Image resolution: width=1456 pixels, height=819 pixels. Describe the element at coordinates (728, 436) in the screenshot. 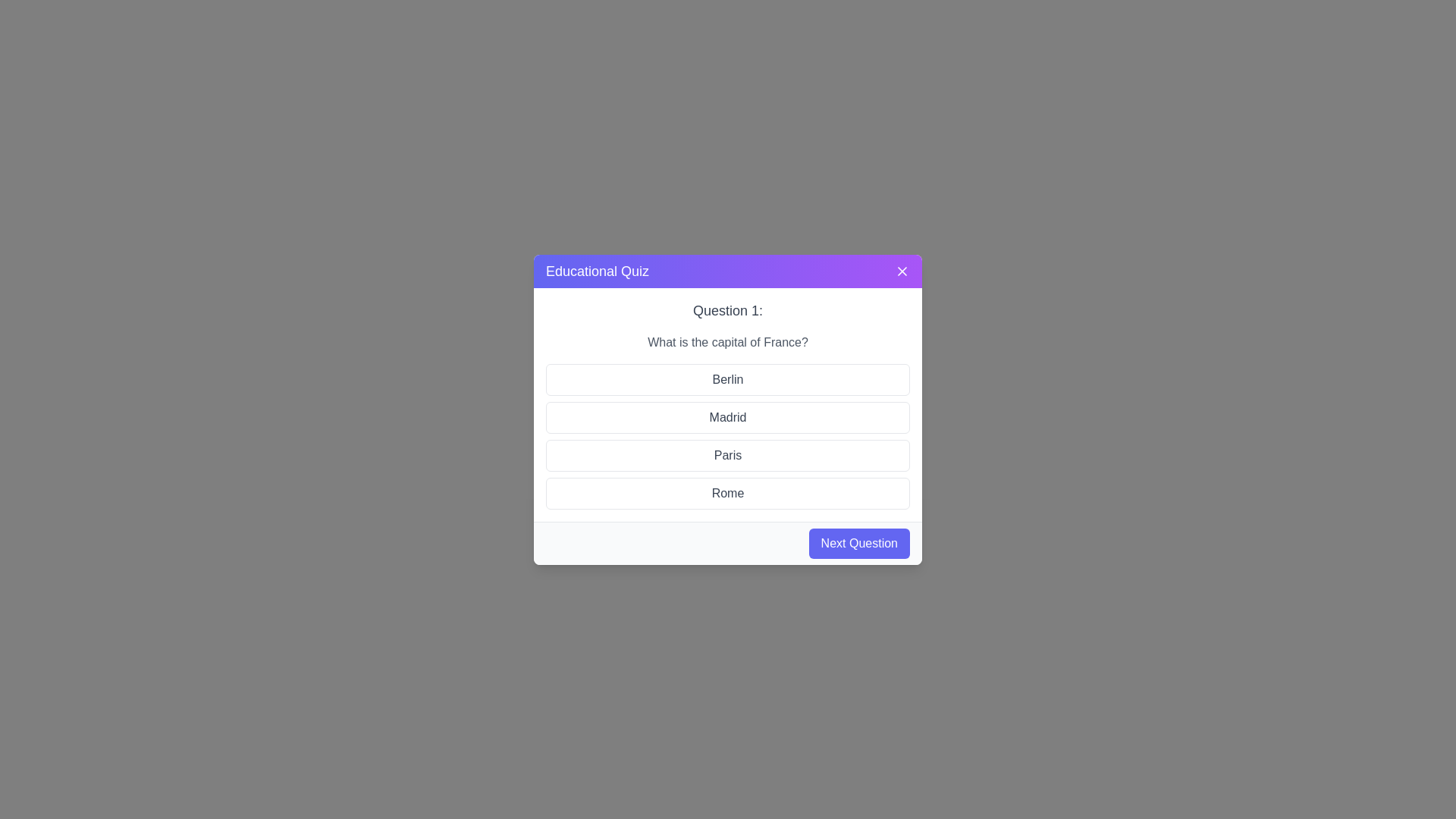

I see `the option 'Paris' in the group of clickable options styled as buttons or list items located in the center of the dialog box titled 'Educational Quiz'` at that location.